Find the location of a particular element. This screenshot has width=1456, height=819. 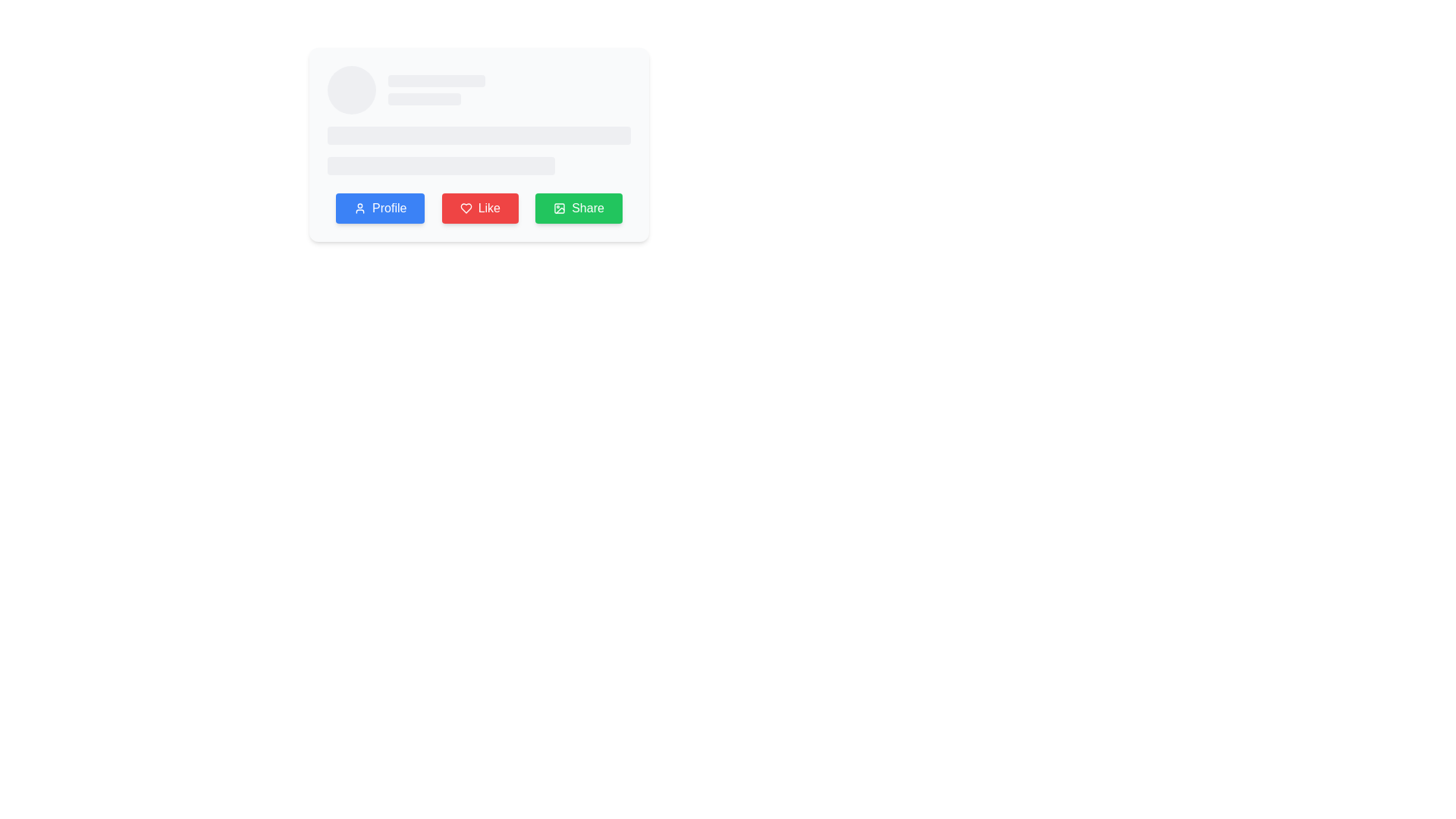

the 'Share' button, which is a rounded rectangular button with a green background and white text, located at the bottom of the card UI, positioned as the last button on the right is located at coordinates (578, 208).